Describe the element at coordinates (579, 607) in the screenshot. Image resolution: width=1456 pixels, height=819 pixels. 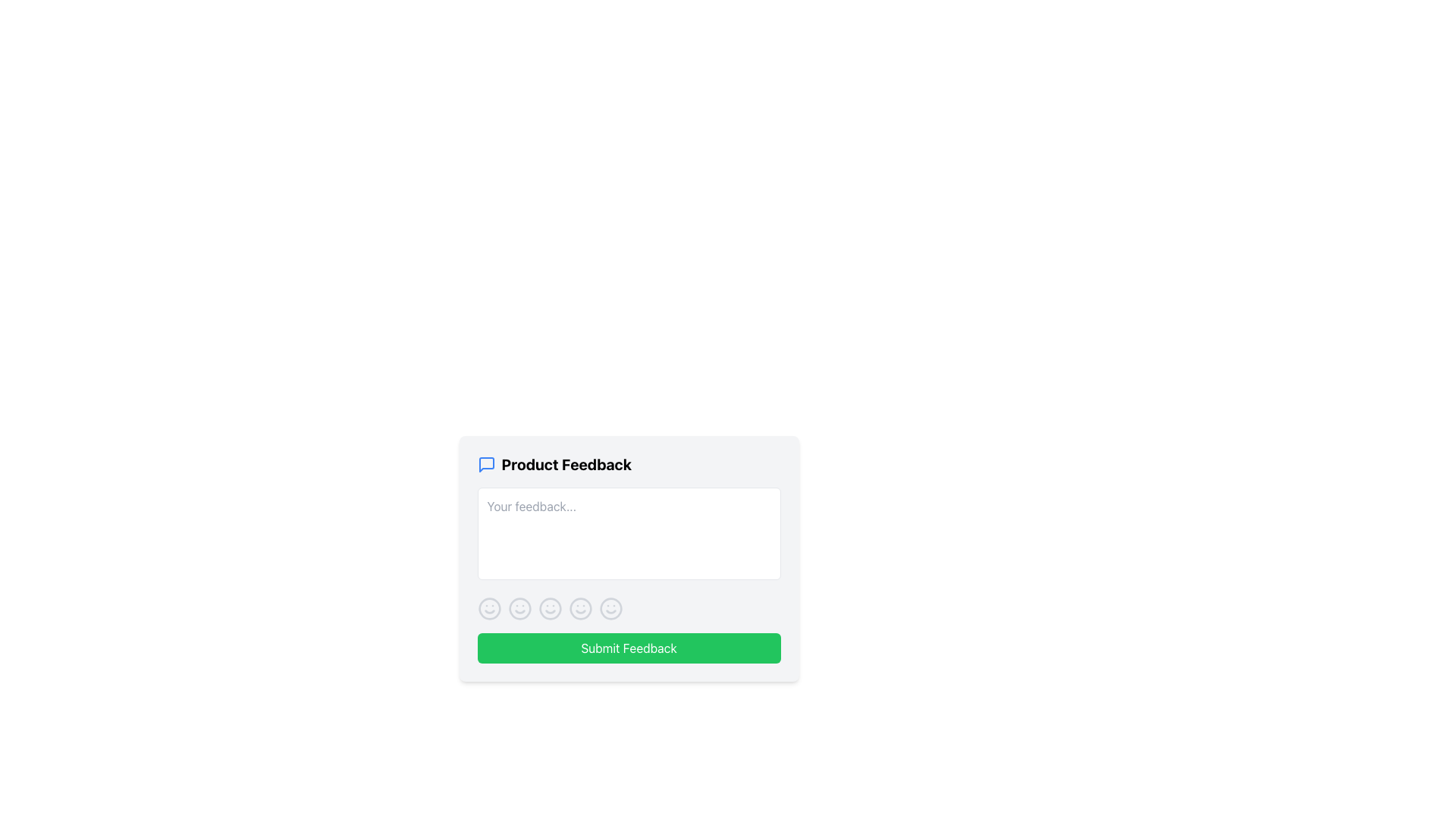
I see `the circular element representing a gray circle within the SVG graphic of a smiley icon` at that location.